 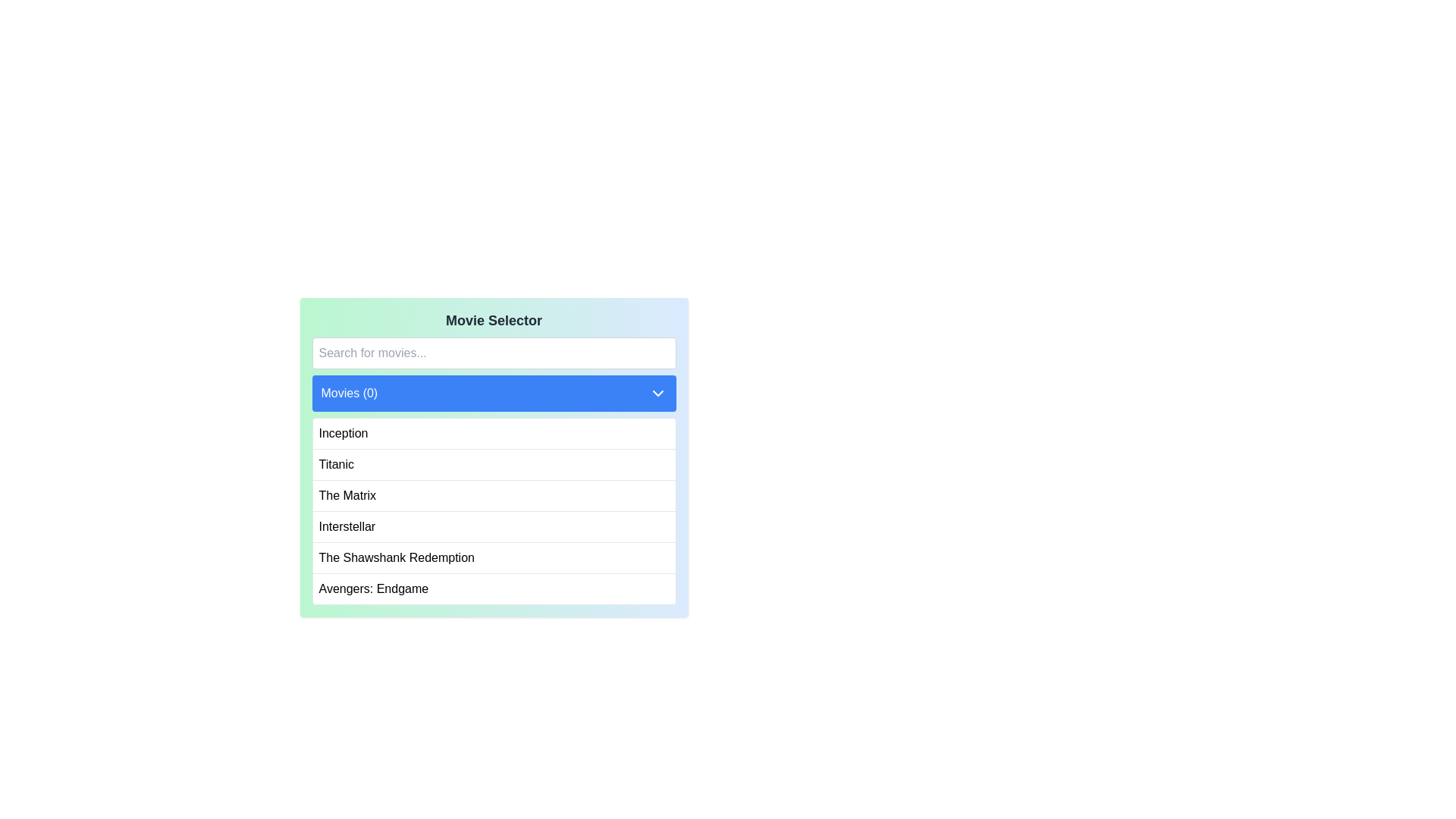 What do you see at coordinates (657, 393) in the screenshot?
I see `the chevron icon located at the far right end of the 'Movies (0)' button` at bounding box center [657, 393].